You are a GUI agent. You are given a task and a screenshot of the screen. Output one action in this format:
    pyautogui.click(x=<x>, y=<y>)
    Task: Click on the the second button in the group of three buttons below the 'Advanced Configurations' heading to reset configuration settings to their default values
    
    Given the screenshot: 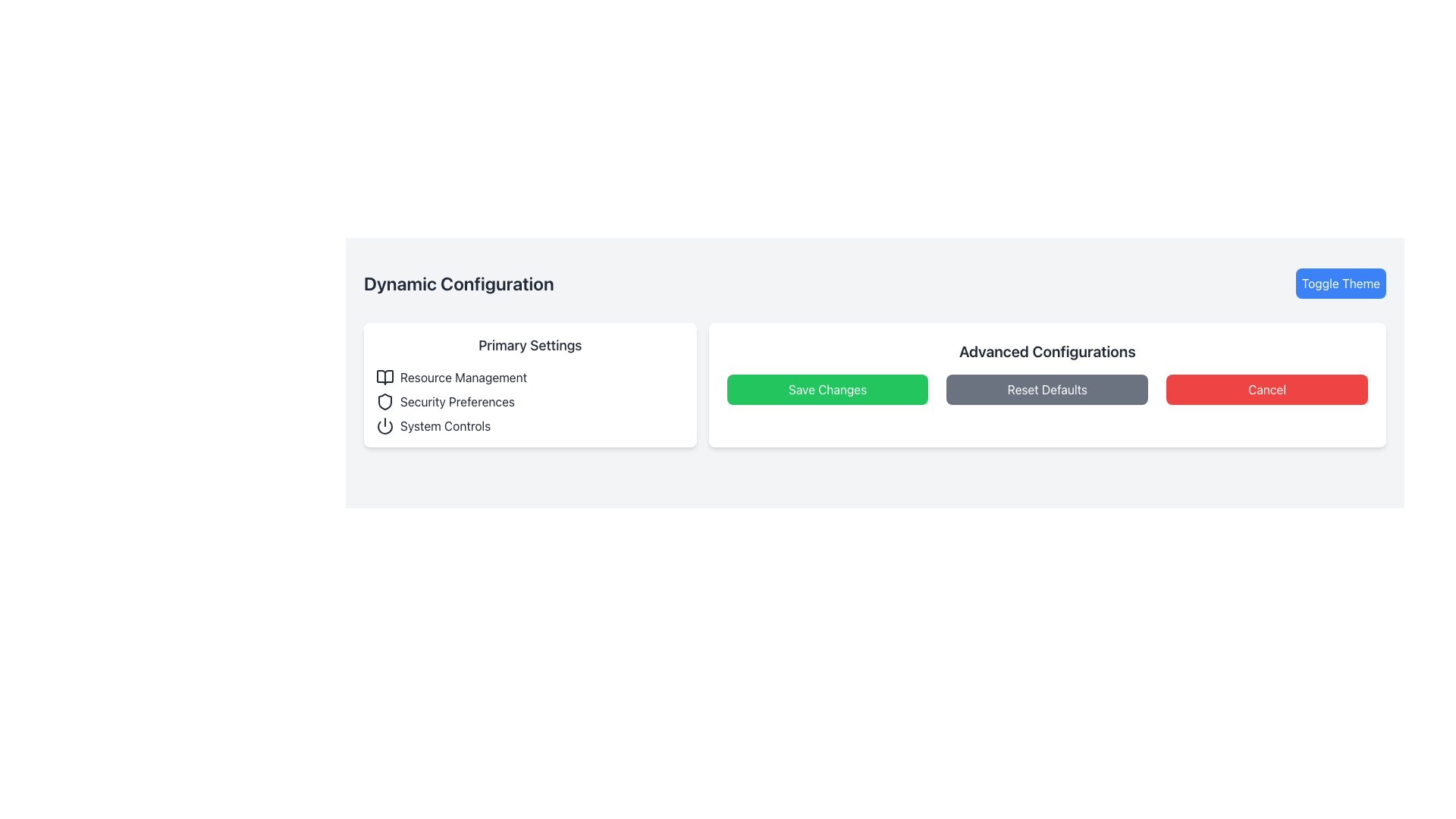 What is the action you would take?
    pyautogui.click(x=1046, y=388)
    